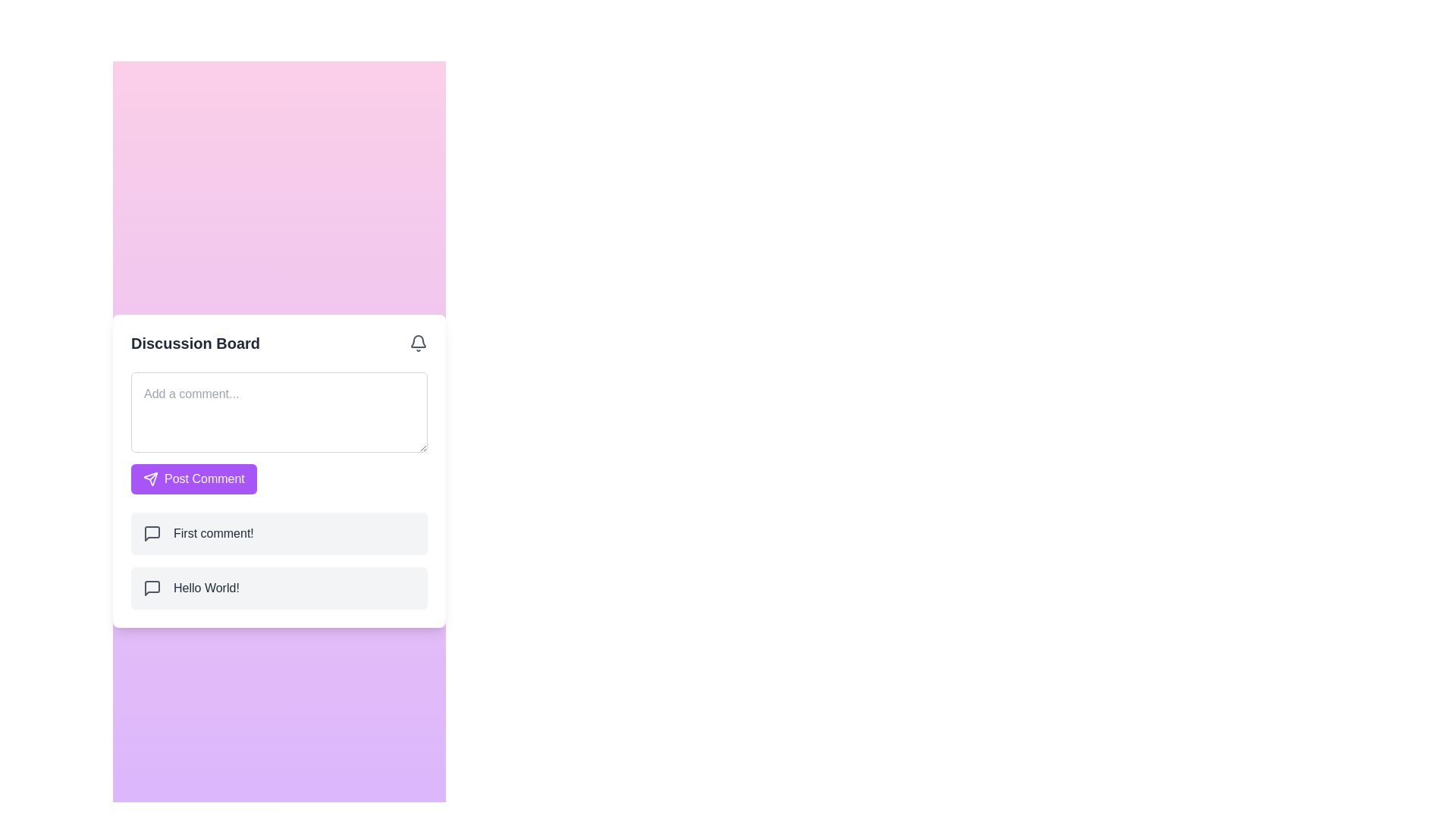  I want to click on the 'send' icon located on the left side of the 'Post Comment' button, which indicates the action of submitting a comment, so click(150, 479).